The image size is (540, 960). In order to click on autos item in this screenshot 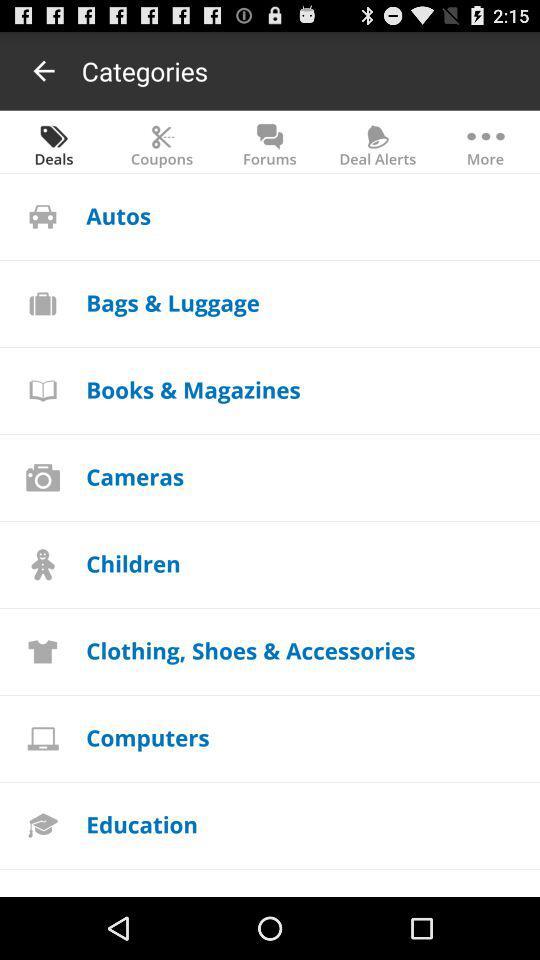, I will do `click(118, 215)`.